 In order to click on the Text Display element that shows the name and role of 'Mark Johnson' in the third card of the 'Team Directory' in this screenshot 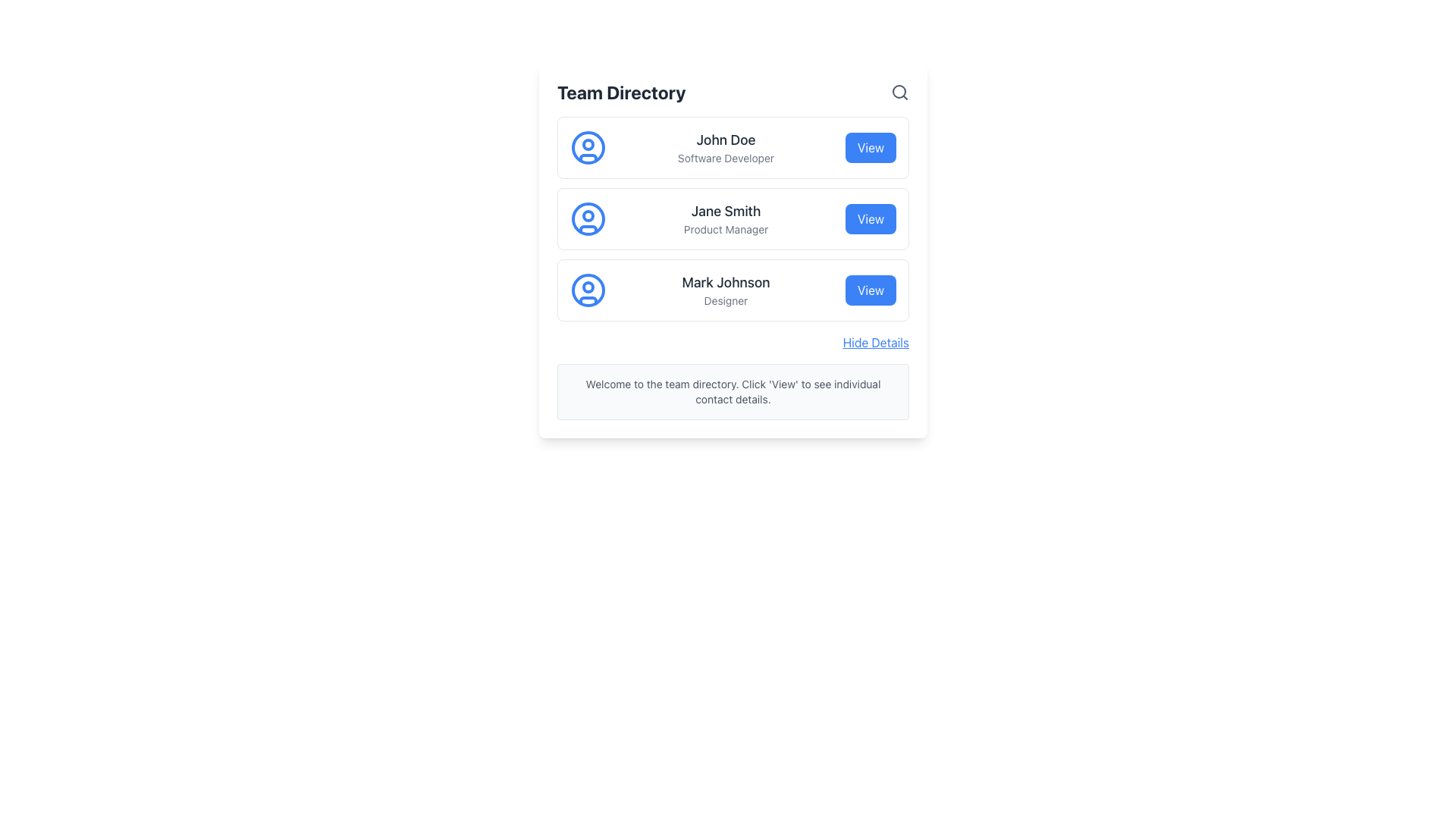, I will do `click(725, 290)`.